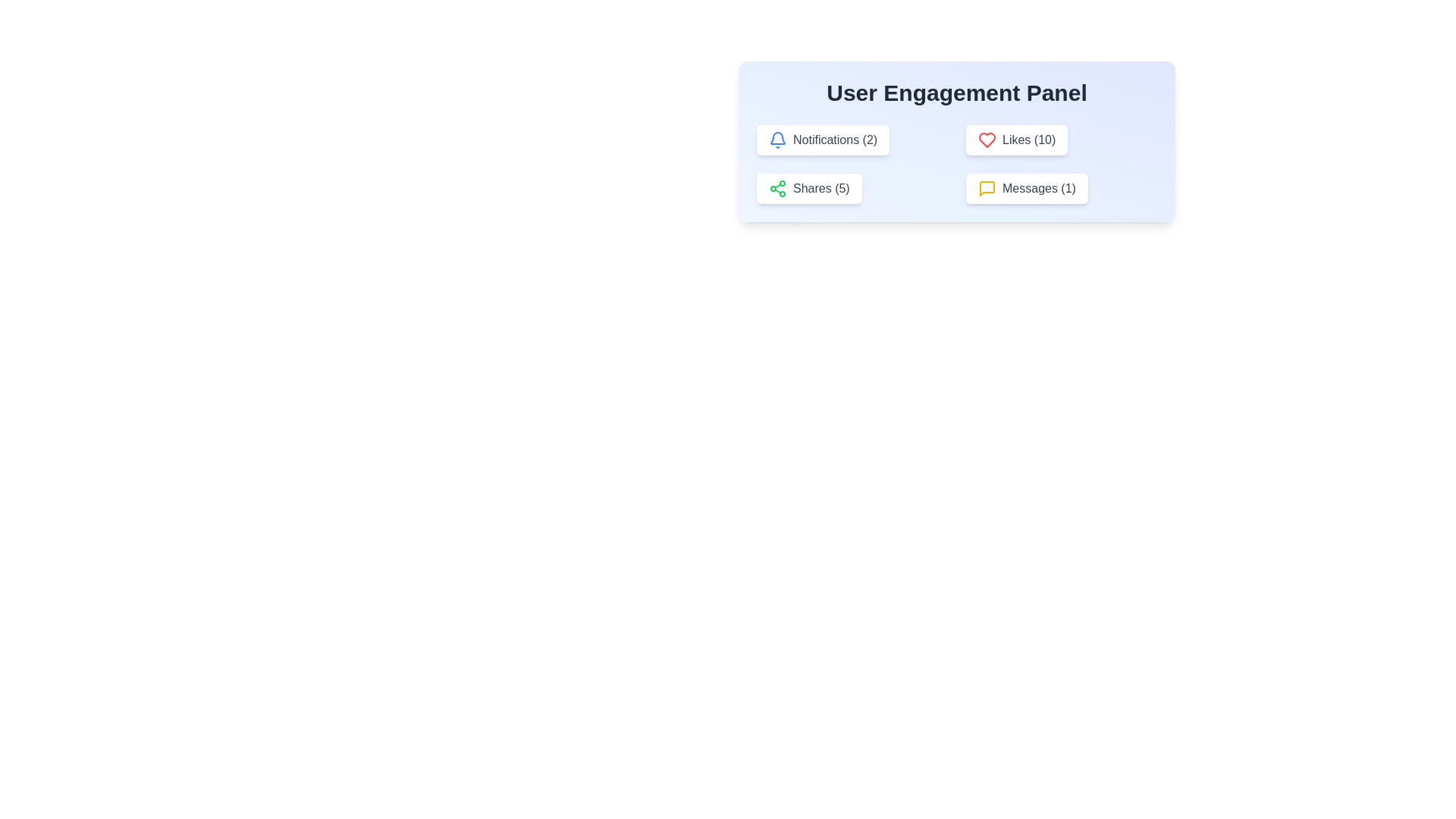 The width and height of the screenshot is (1456, 819). What do you see at coordinates (821, 188) in the screenshot?
I see `the text label displaying 'Shares (5)' which is located in the bottom-left corner of the User Engagement Panel, between the 'Notifications (2)' button and the 'Messages (1)' button` at bounding box center [821, 188].